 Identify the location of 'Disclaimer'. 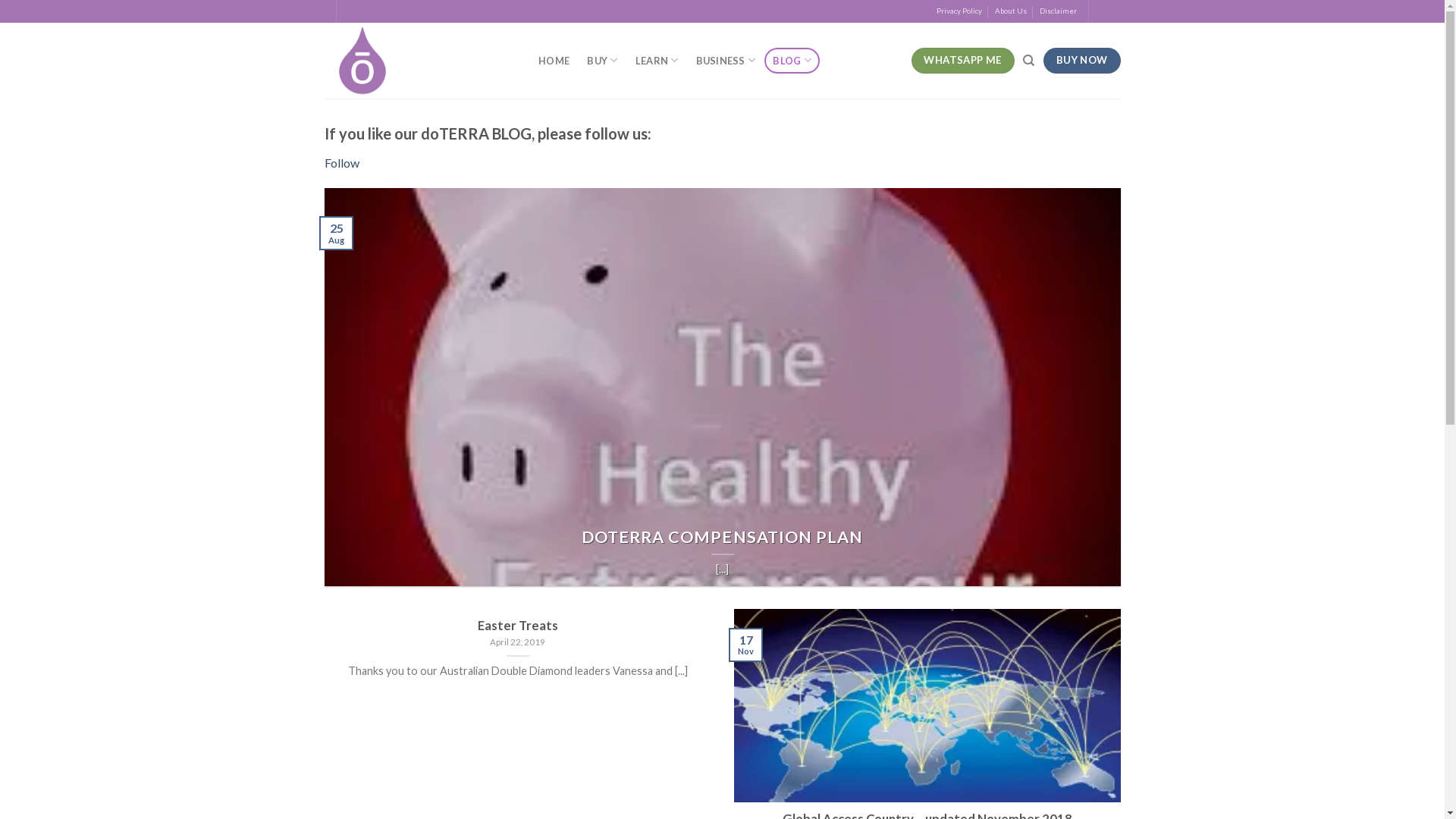
(1057, 11).